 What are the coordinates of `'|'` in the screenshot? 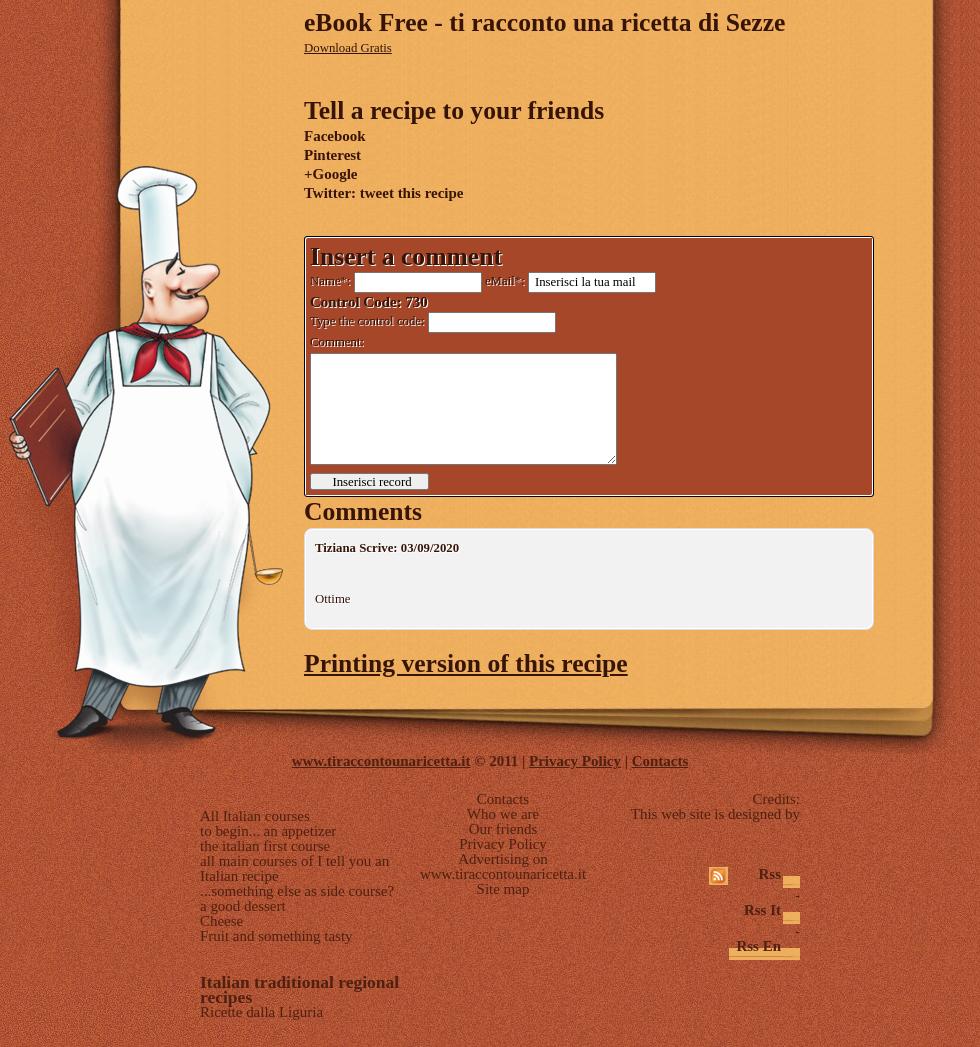 It's located at (625, 760).